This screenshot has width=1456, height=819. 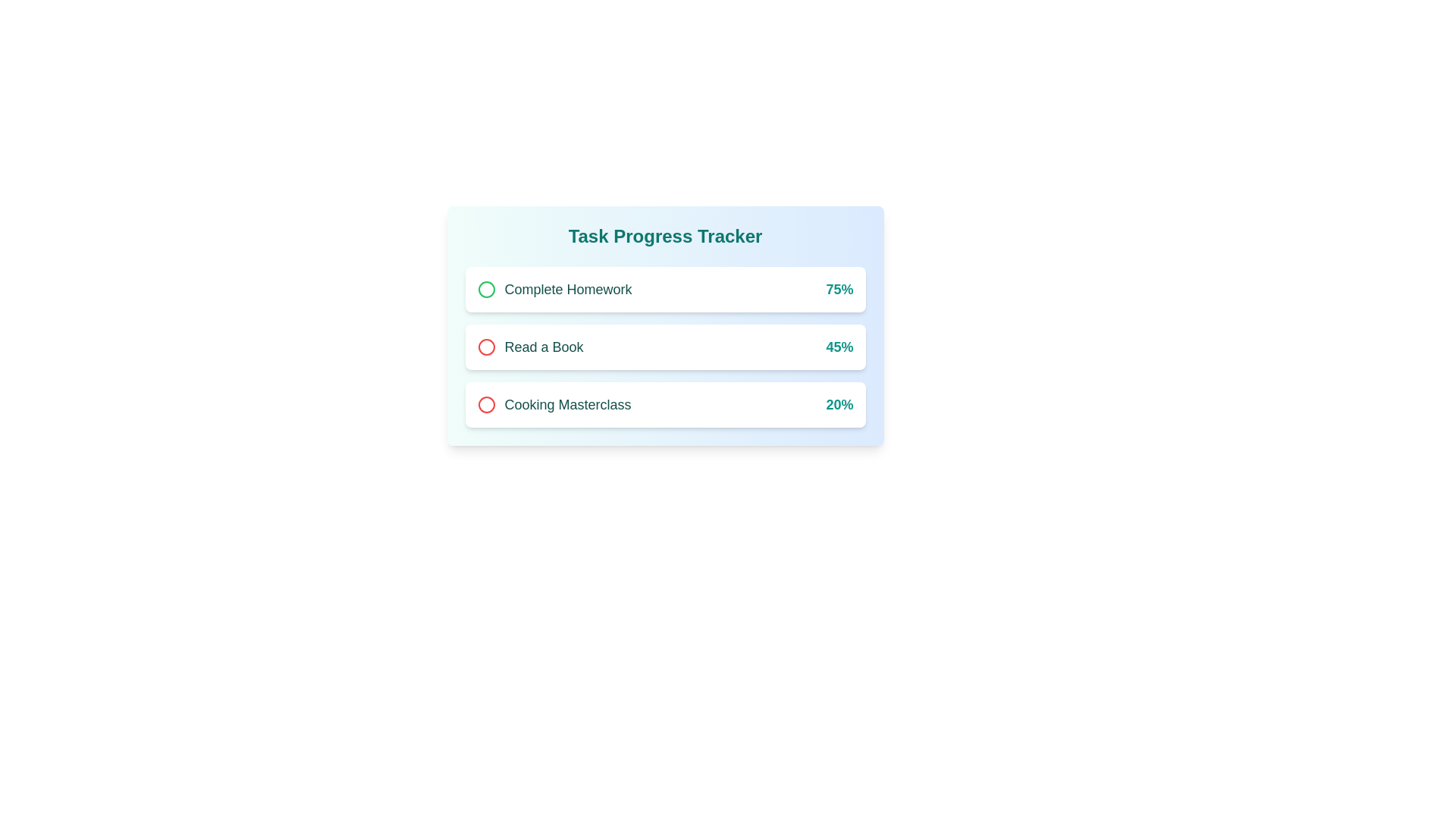 I want to click on the 'Complete Homework' text label styled with a large, bold font and teal-green color to interact with surrounding elements in the task progress tracker, so click(x=567, y=289).